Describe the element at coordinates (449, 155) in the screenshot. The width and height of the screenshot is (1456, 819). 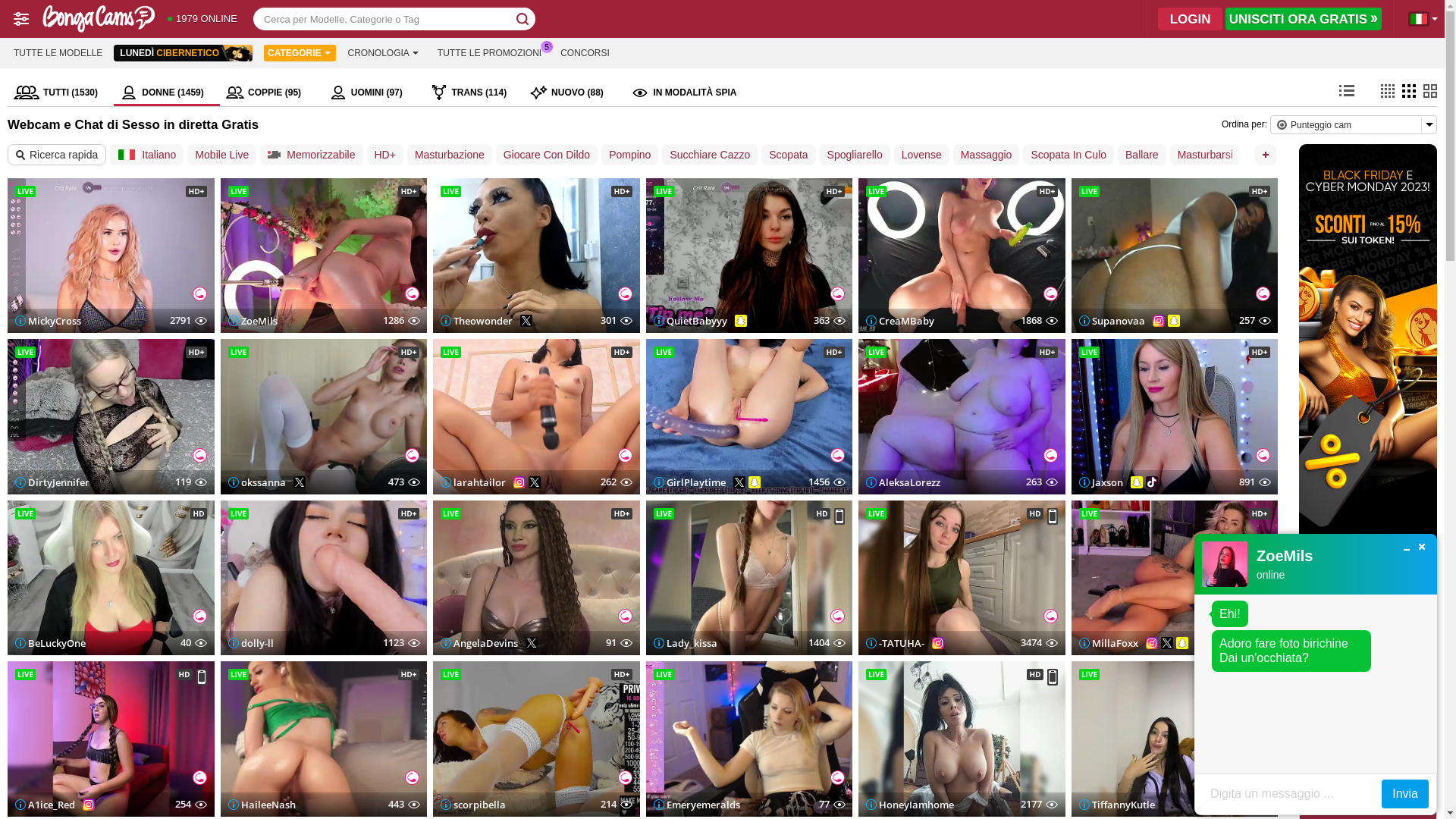
I see `'Masturbazione'` at that location.